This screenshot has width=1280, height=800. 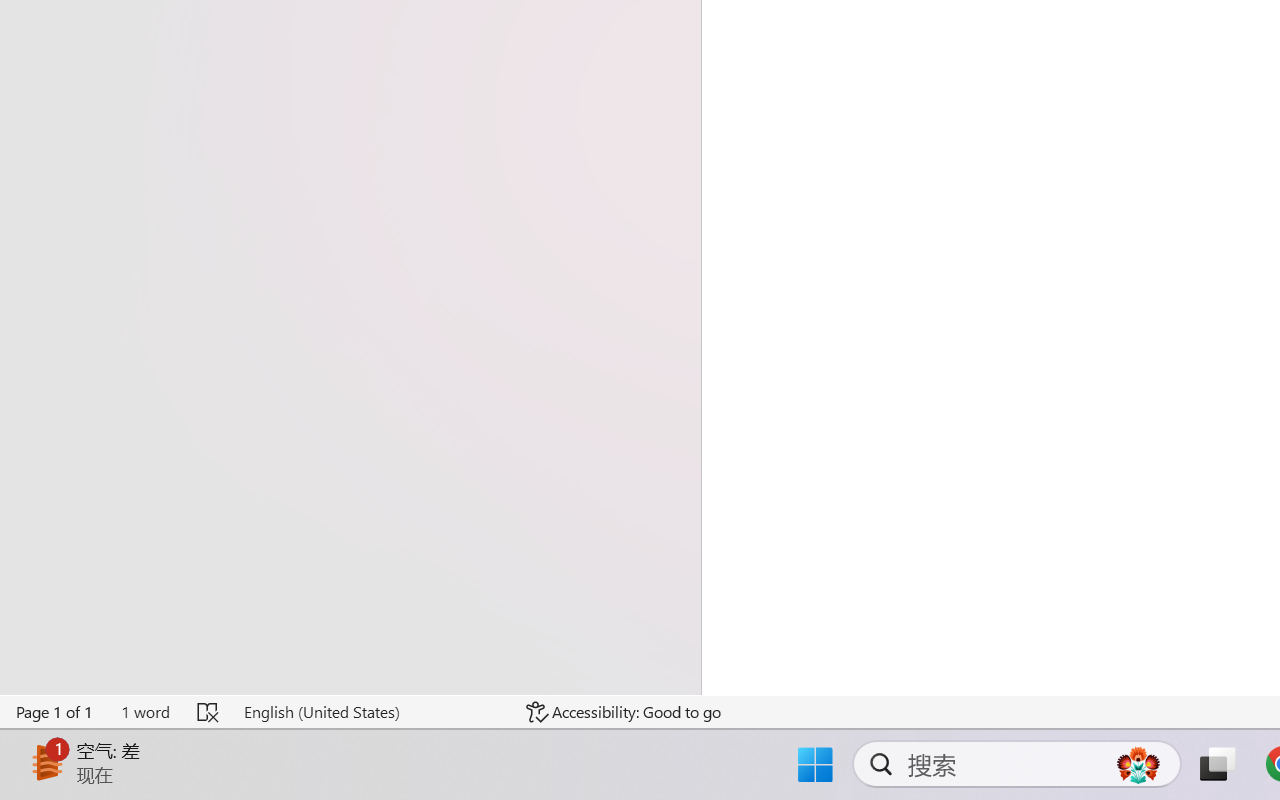 What do you see at coordinates (209, 711) in the screenshot?
I see `'Spelling and Grammar Check Errors'` at bounding box center [209, 711].